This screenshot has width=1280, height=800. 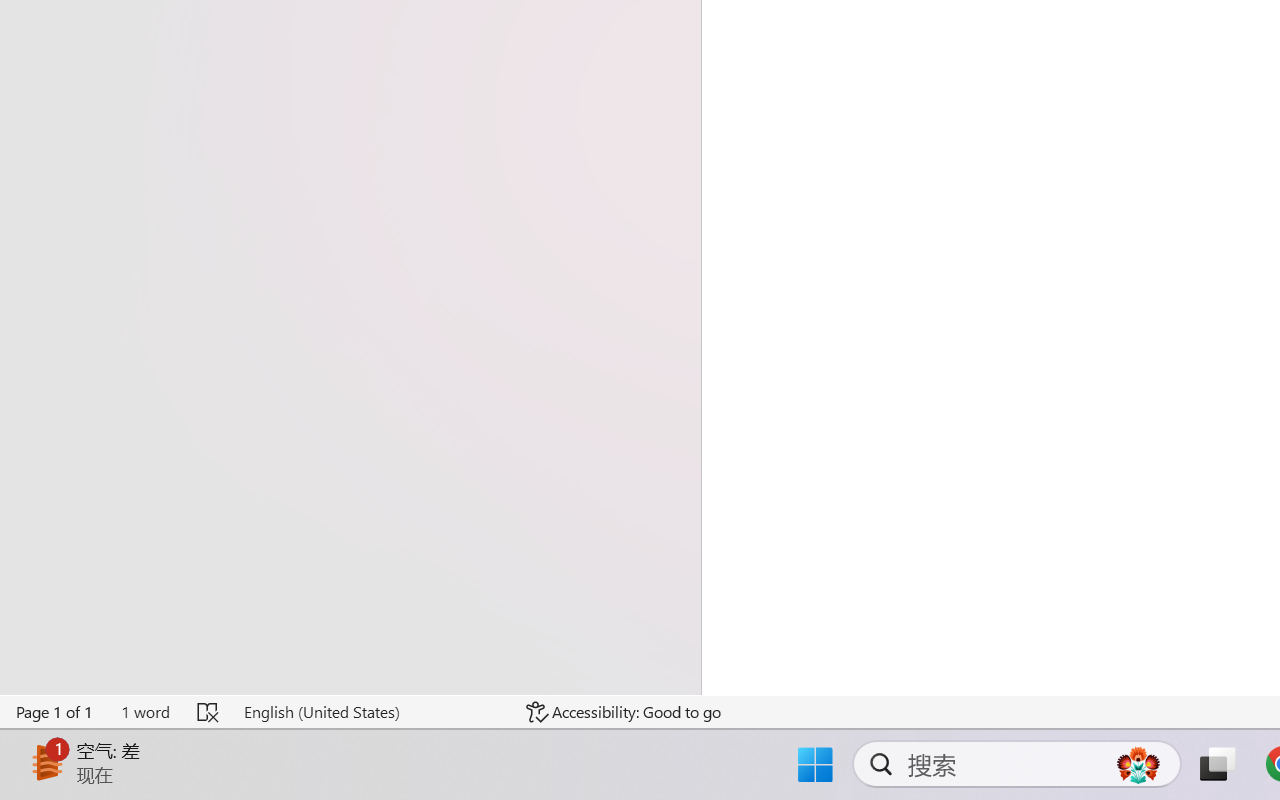 What do you see at coordinates (209, 711) in the screenshot?
I see `'Spelling and Grammar Check Errors'` at bounding box center [209, 711].